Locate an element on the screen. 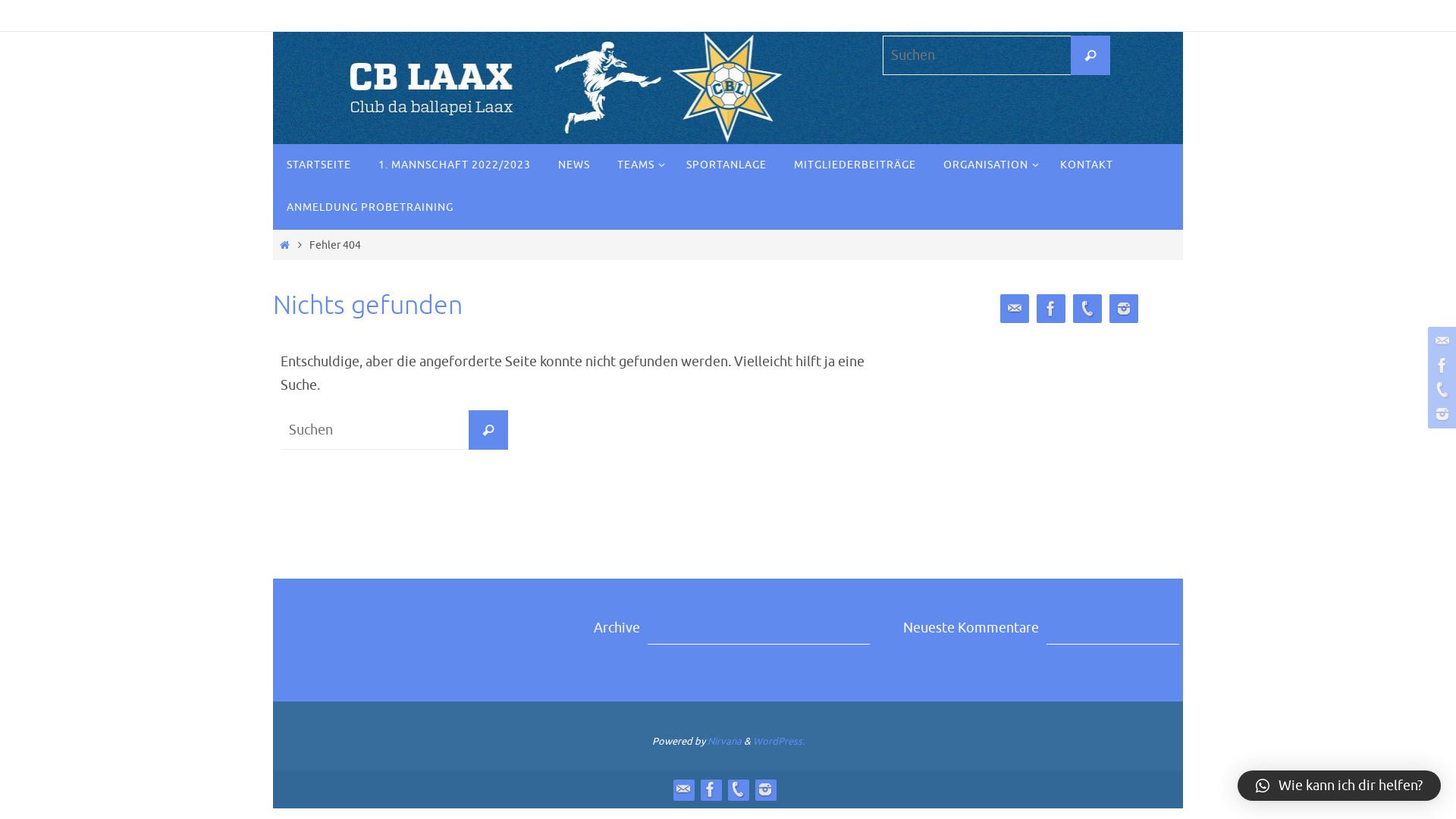 This screenshot has width=1456, height=819. 'KONTAKT' is located at coordinates (1086, 165).